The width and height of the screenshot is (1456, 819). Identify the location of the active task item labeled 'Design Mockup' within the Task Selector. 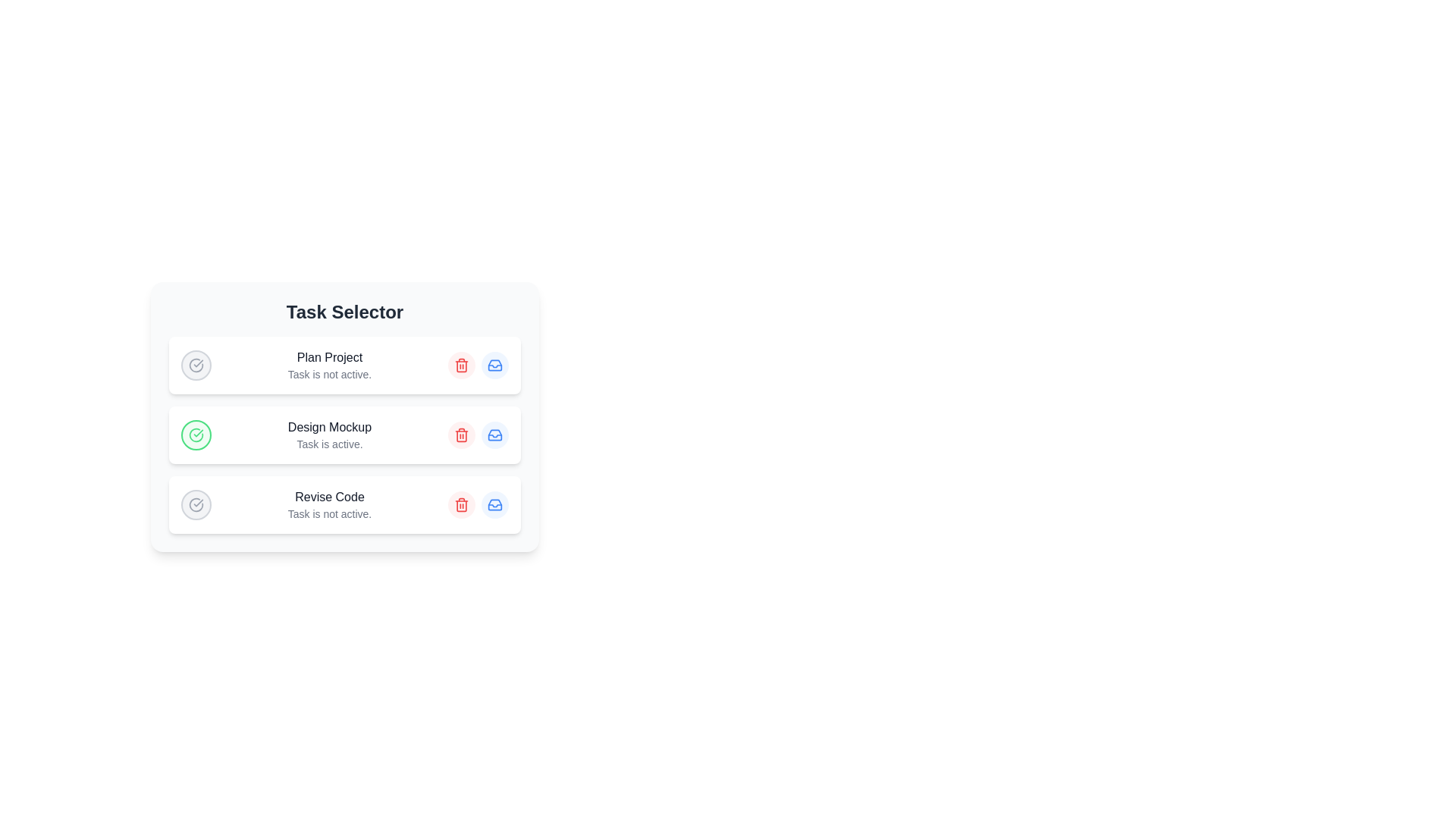
(344, 435).